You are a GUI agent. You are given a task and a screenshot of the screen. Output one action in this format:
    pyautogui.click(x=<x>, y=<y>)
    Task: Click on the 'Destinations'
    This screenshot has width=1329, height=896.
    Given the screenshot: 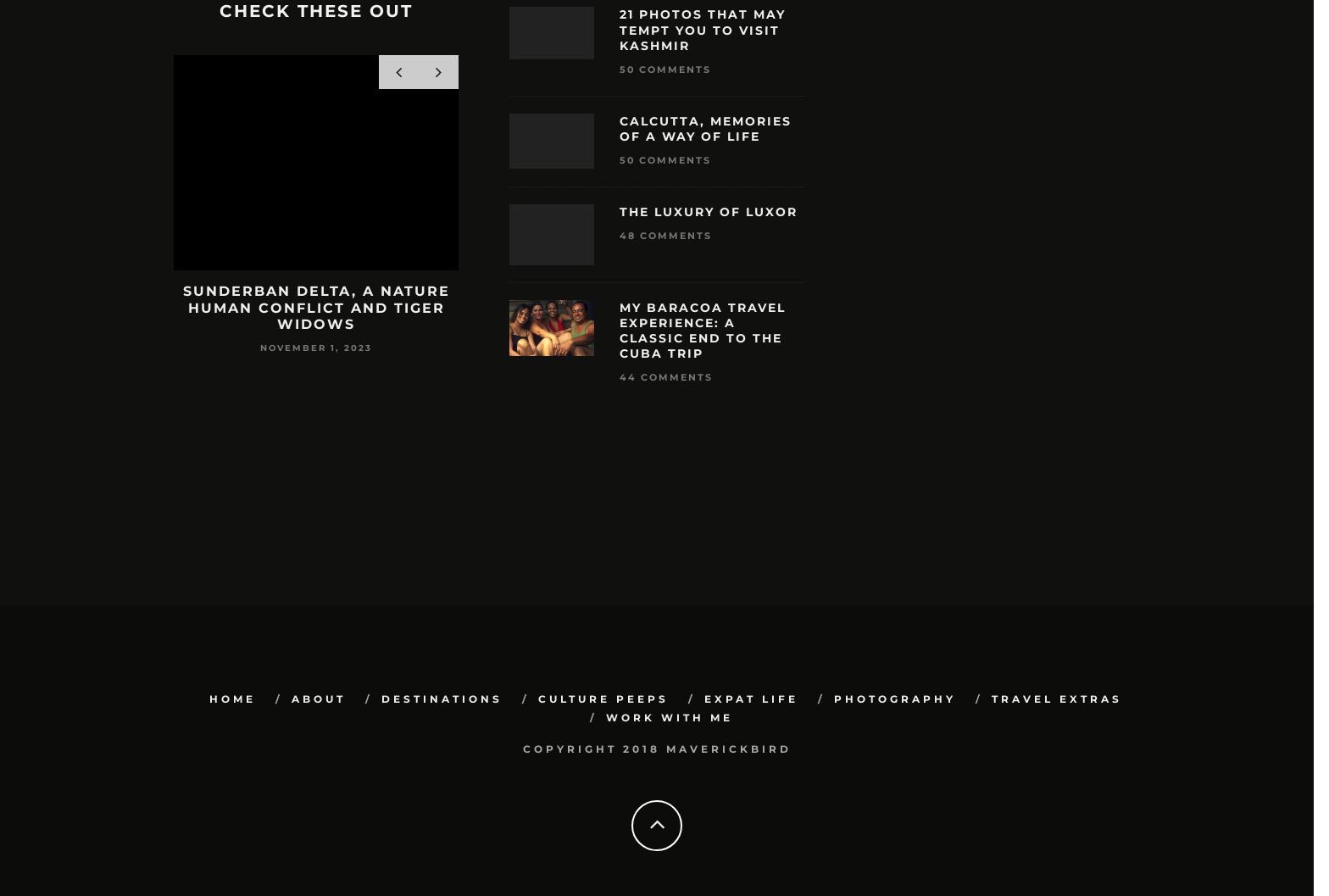 What is the action you would take?
    pyautogui.click(x=441, y=698)
    